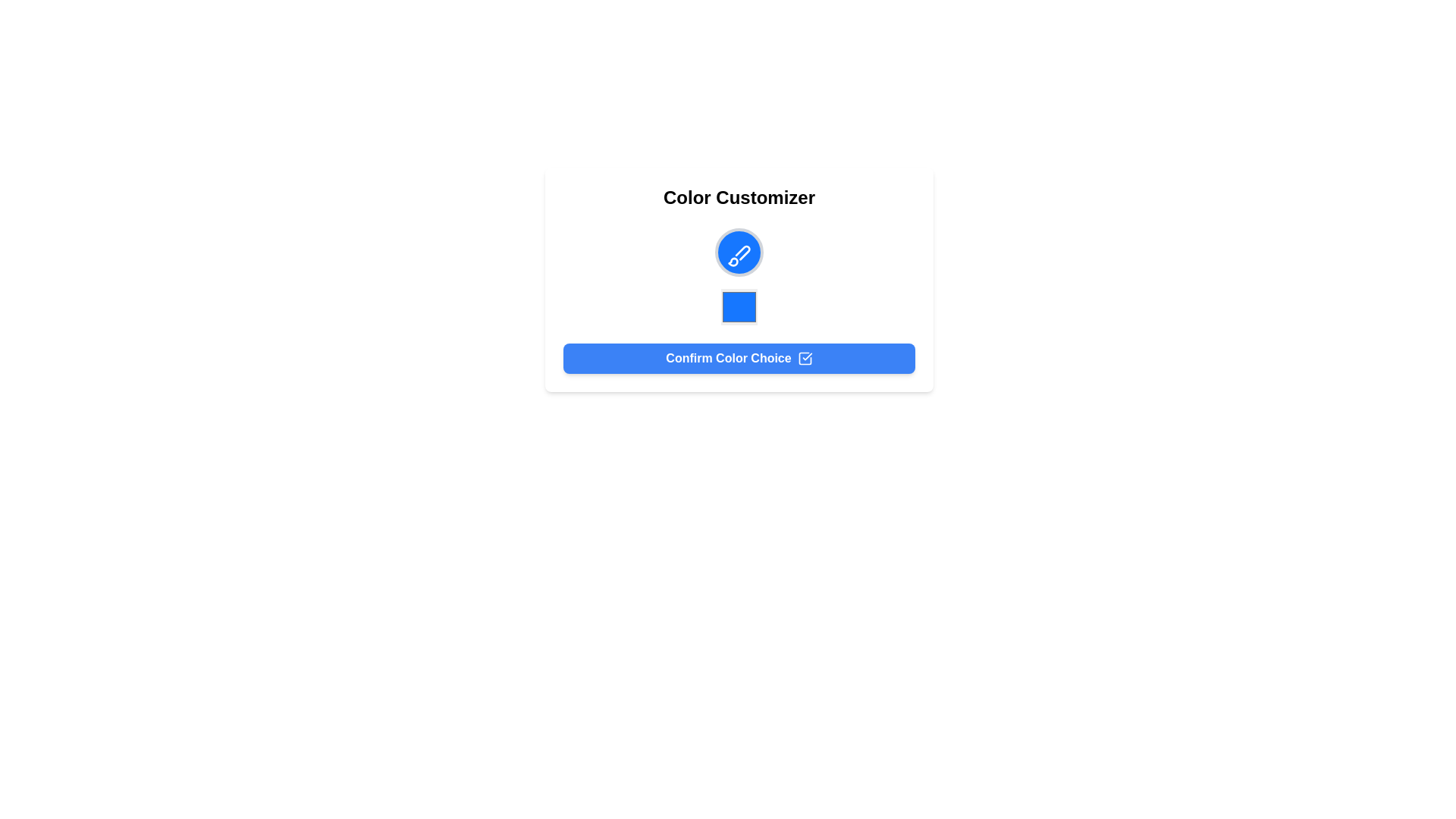  Describe the element at coordinates (739, 251) in the screenshot. I see `the circular icon with a blue background and white border that features a stylized brush graphic at the center, positioned at the top center of the vertical list` at that location.